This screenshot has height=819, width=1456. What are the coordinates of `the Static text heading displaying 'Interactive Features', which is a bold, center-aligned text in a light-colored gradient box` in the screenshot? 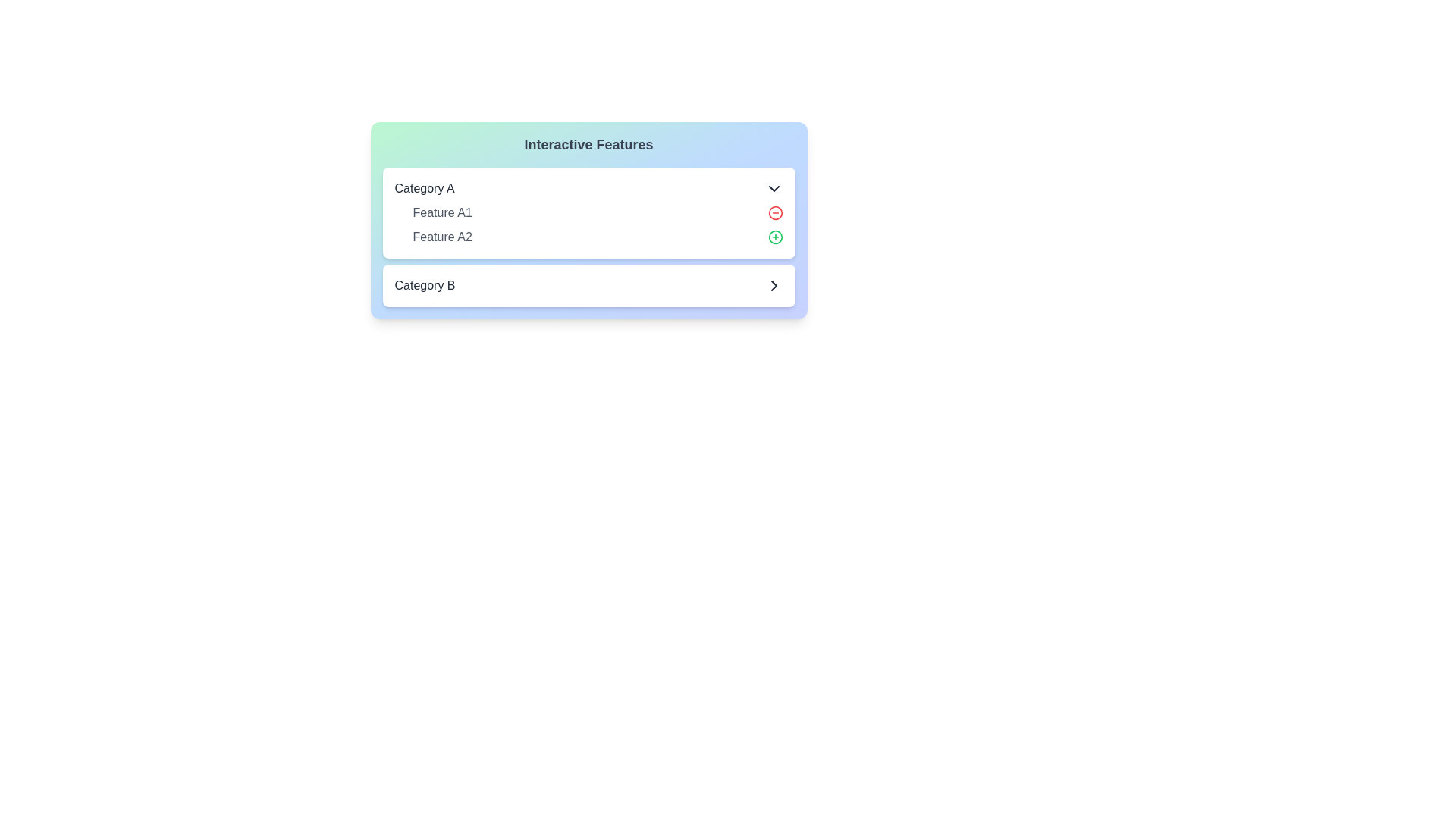 It's located at (588, 145).